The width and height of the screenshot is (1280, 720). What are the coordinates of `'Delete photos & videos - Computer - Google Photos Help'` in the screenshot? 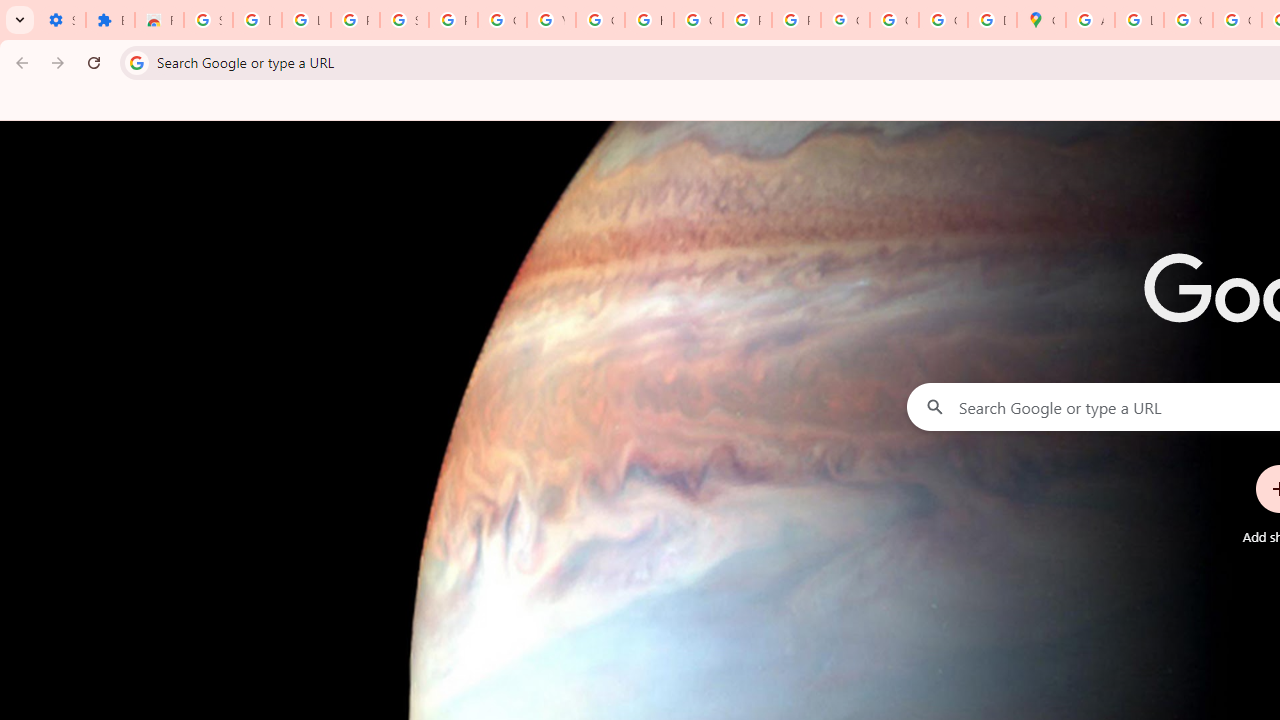 It's located at (256, 20).